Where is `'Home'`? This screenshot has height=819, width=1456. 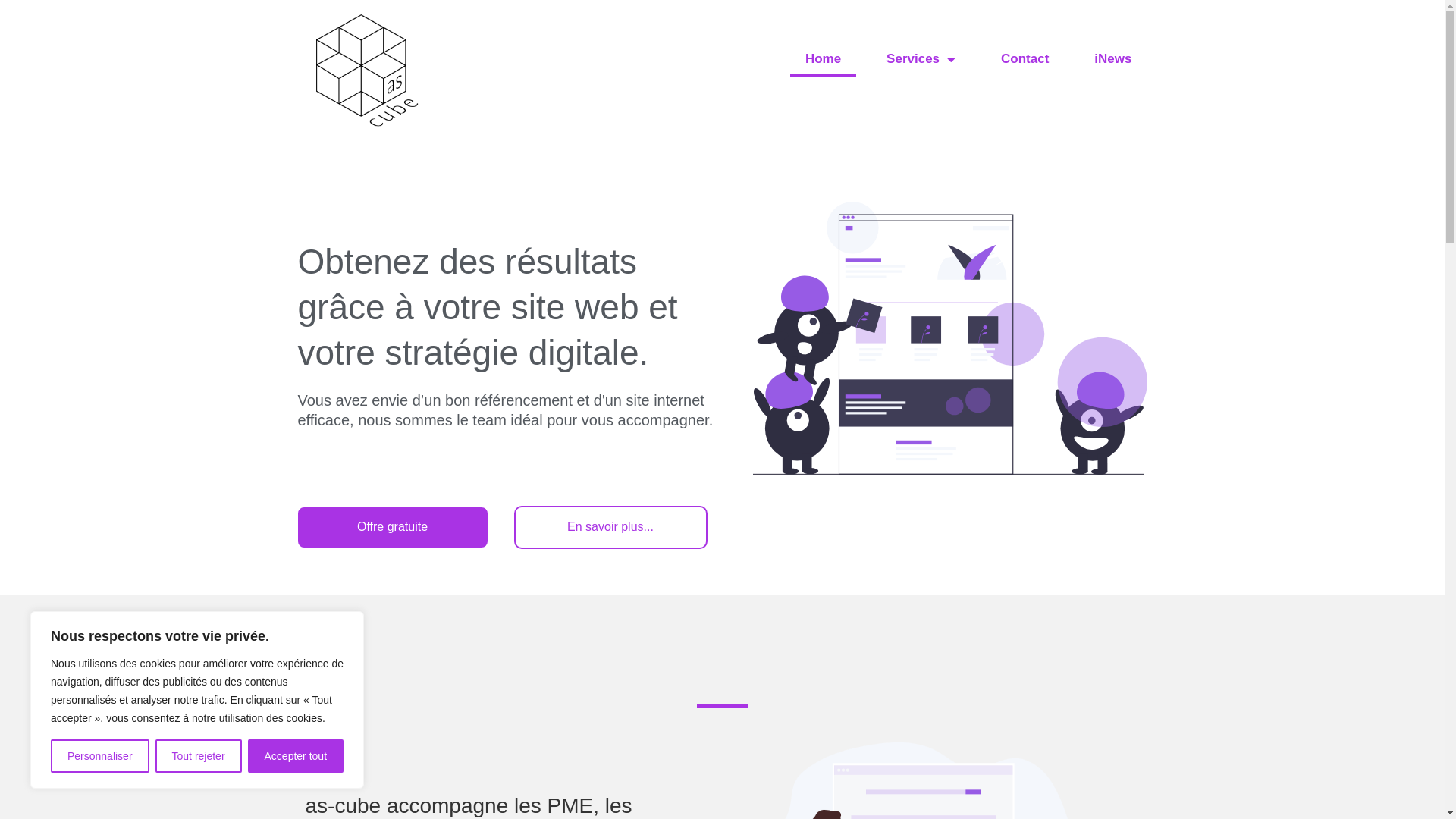 'Home' is located at coordinates (822, 58).